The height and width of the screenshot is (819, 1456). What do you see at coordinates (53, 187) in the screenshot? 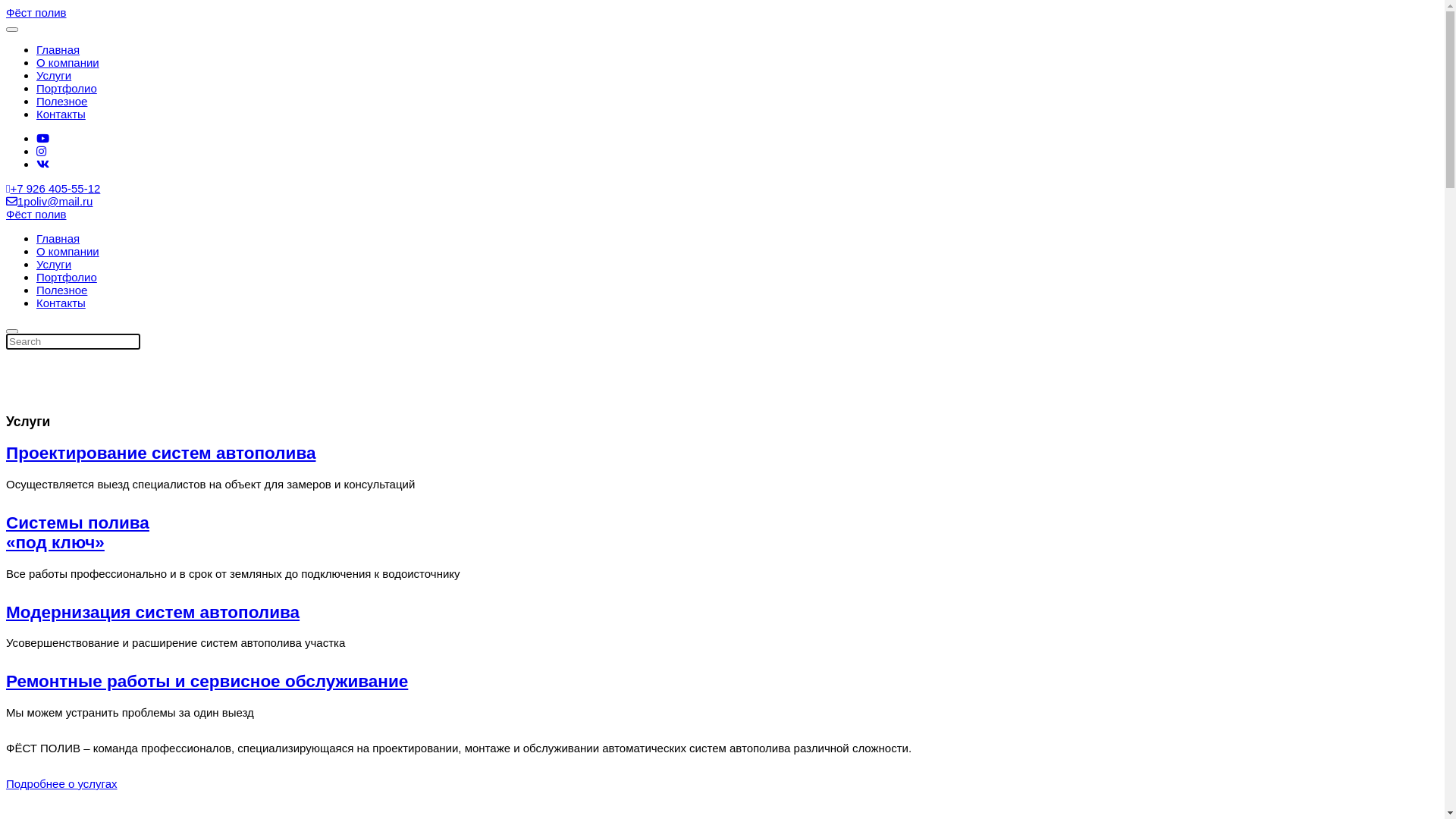
I see `'+7 926 405-55-12'` at bounding box center [53, 187].